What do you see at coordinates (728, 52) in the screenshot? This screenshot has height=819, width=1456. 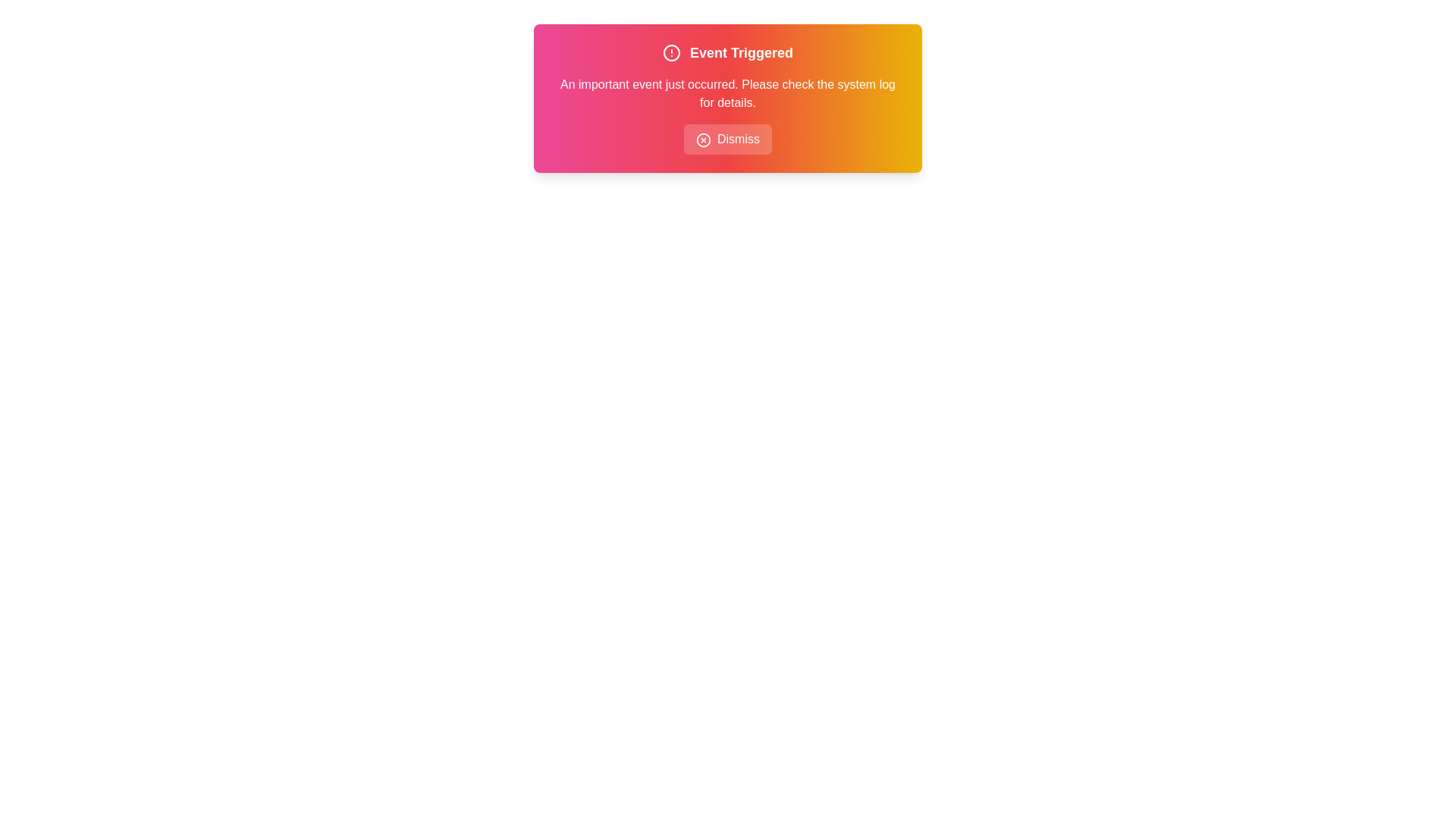 I see `the 'Event Triggered' label with icon, which features bold white text and a circular alert icon, to review its tooltip or other effects` at bounding box center [728, 52].